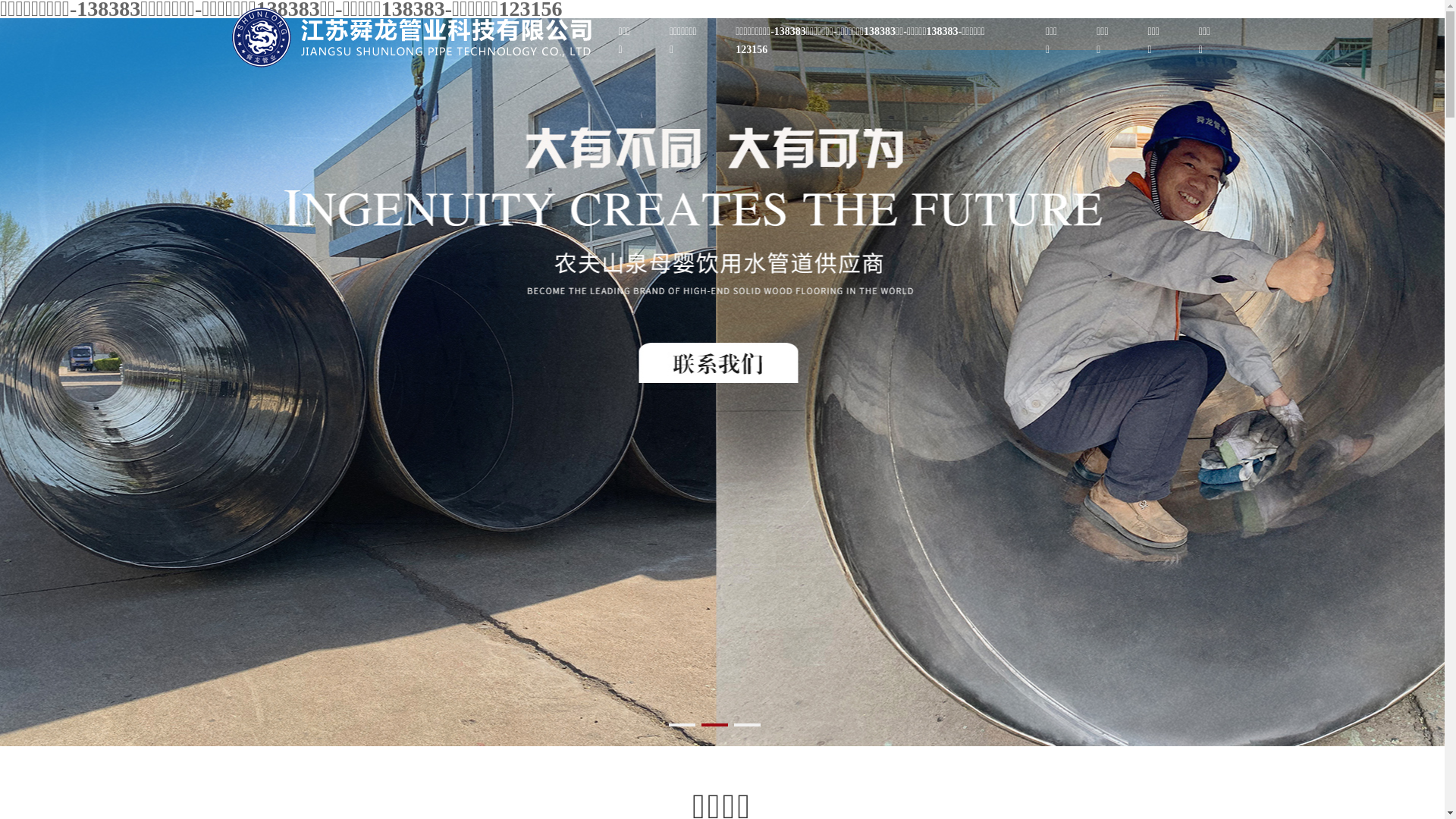 The width and height of the screenshot is (1456, 819). What do you see at coordinates (681, 724) in the screenshot?
I see `'1'` at bounding box center [681, 724].